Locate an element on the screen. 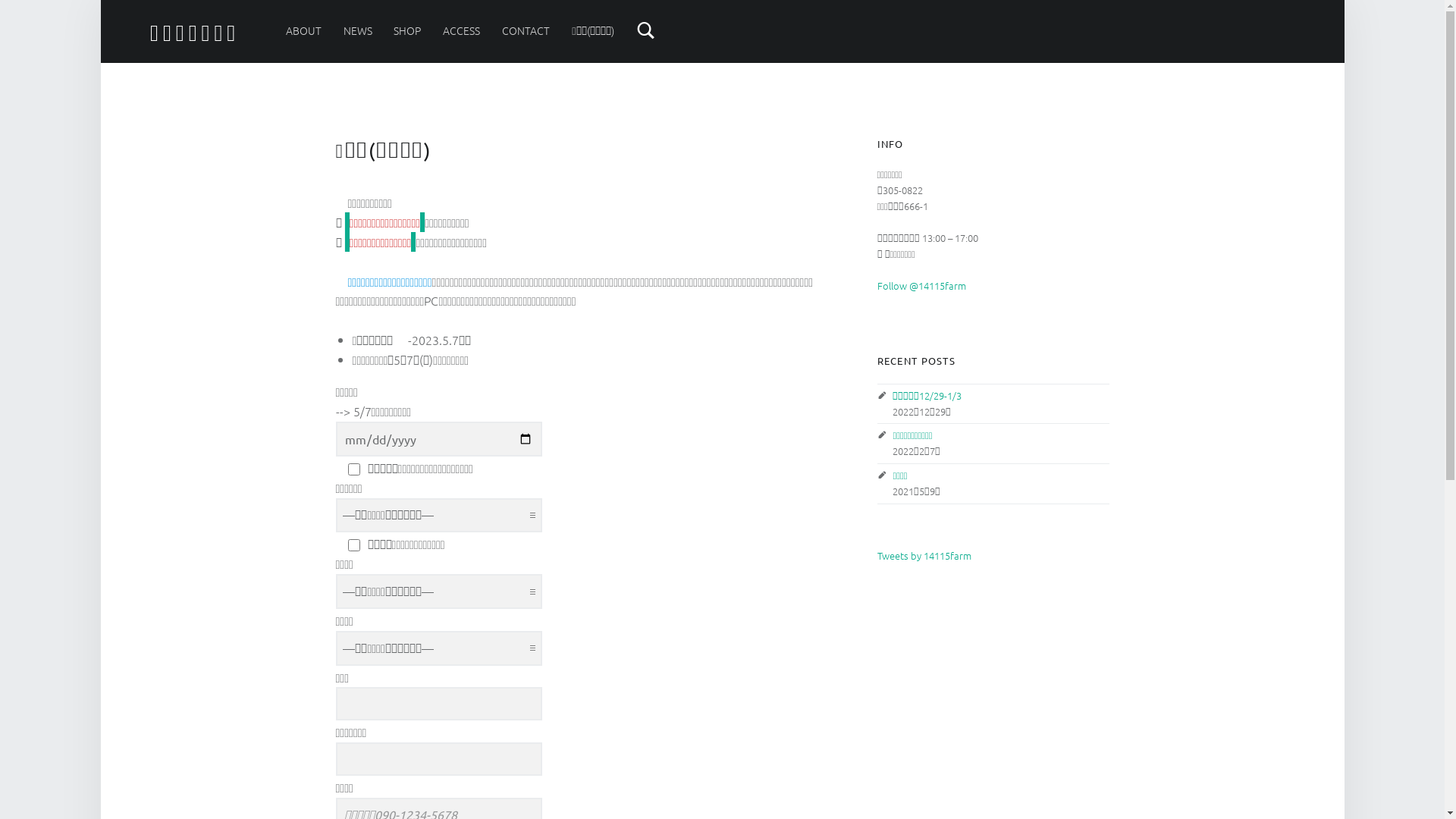 This screenshot has height=819, width=1456. 'CONTACT' is located at coordinates (526, 30).